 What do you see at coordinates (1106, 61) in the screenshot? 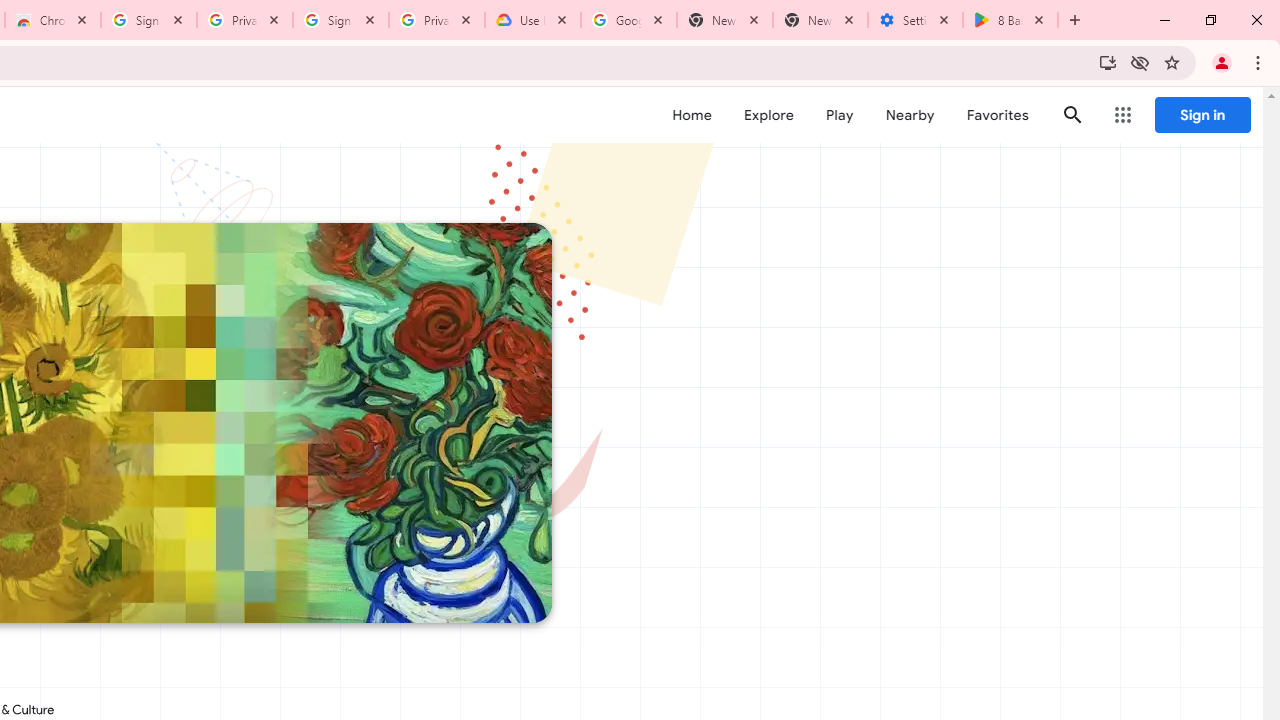
I see `'Install Google Arts & Culture'` at bounding box center [1106, 61].